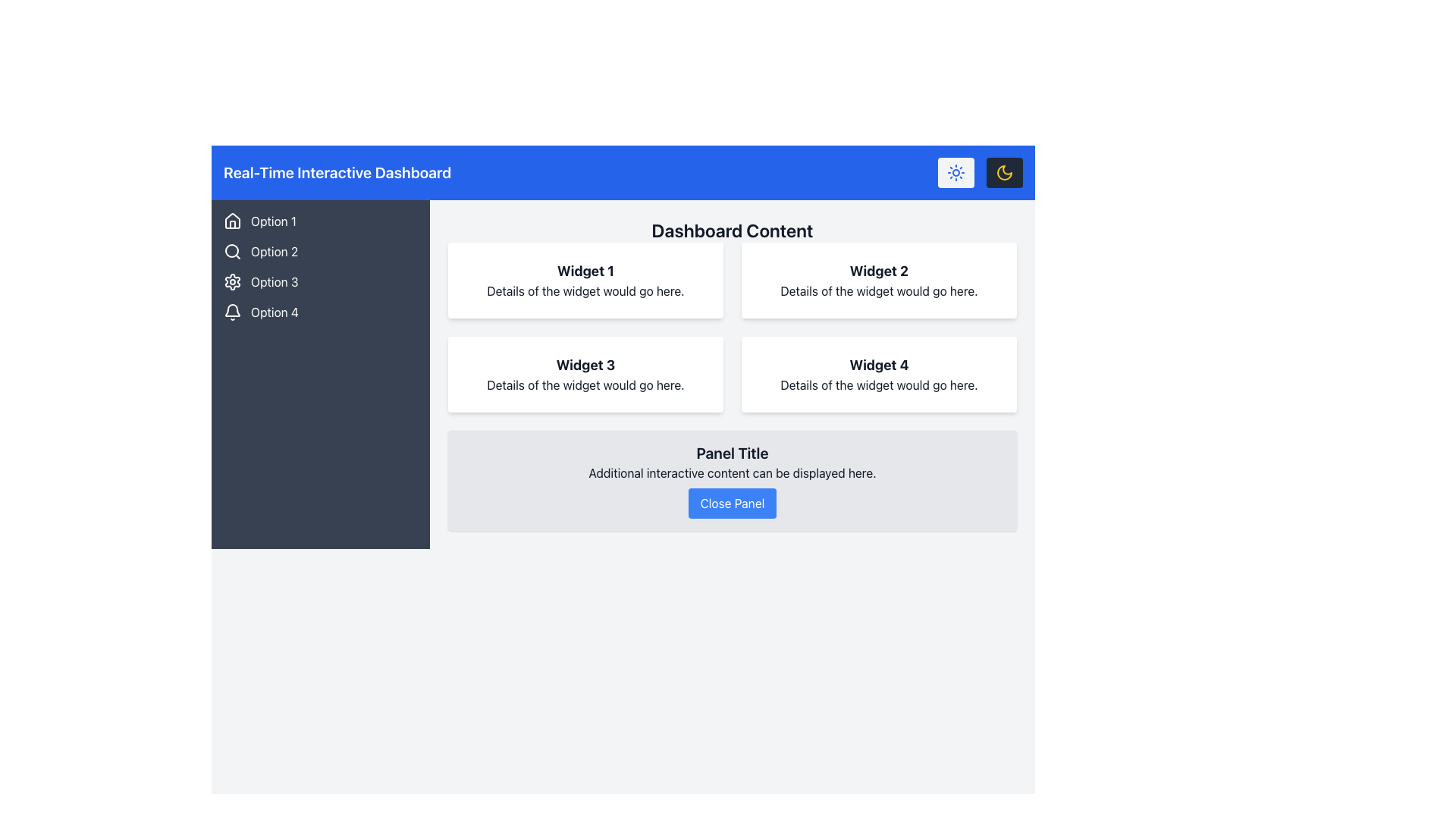 The width and height of the screenshot is (1456, 819). I want to click on the Vertical Navigation List, so click(319, 265).